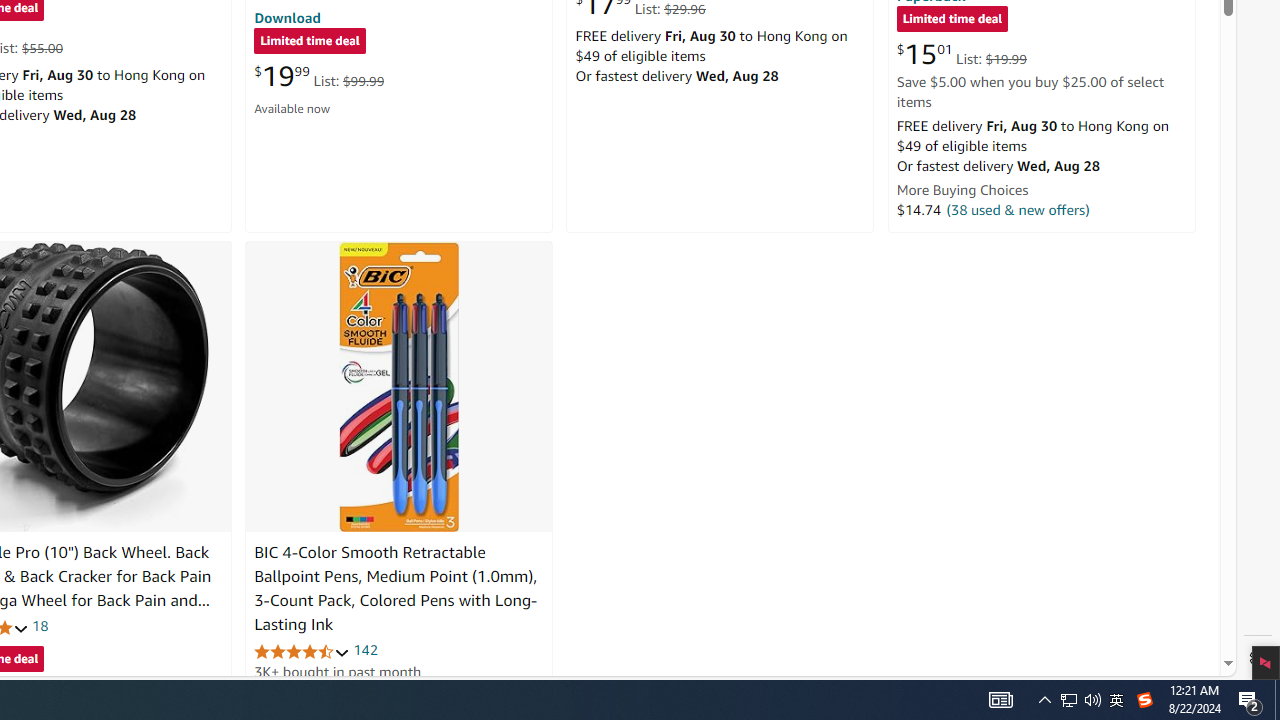 The width and height of the screenshot is (1280, 720). Describe the element at coordinates (1257, 658) in the screenshot. I see `'Settings'` at that location.